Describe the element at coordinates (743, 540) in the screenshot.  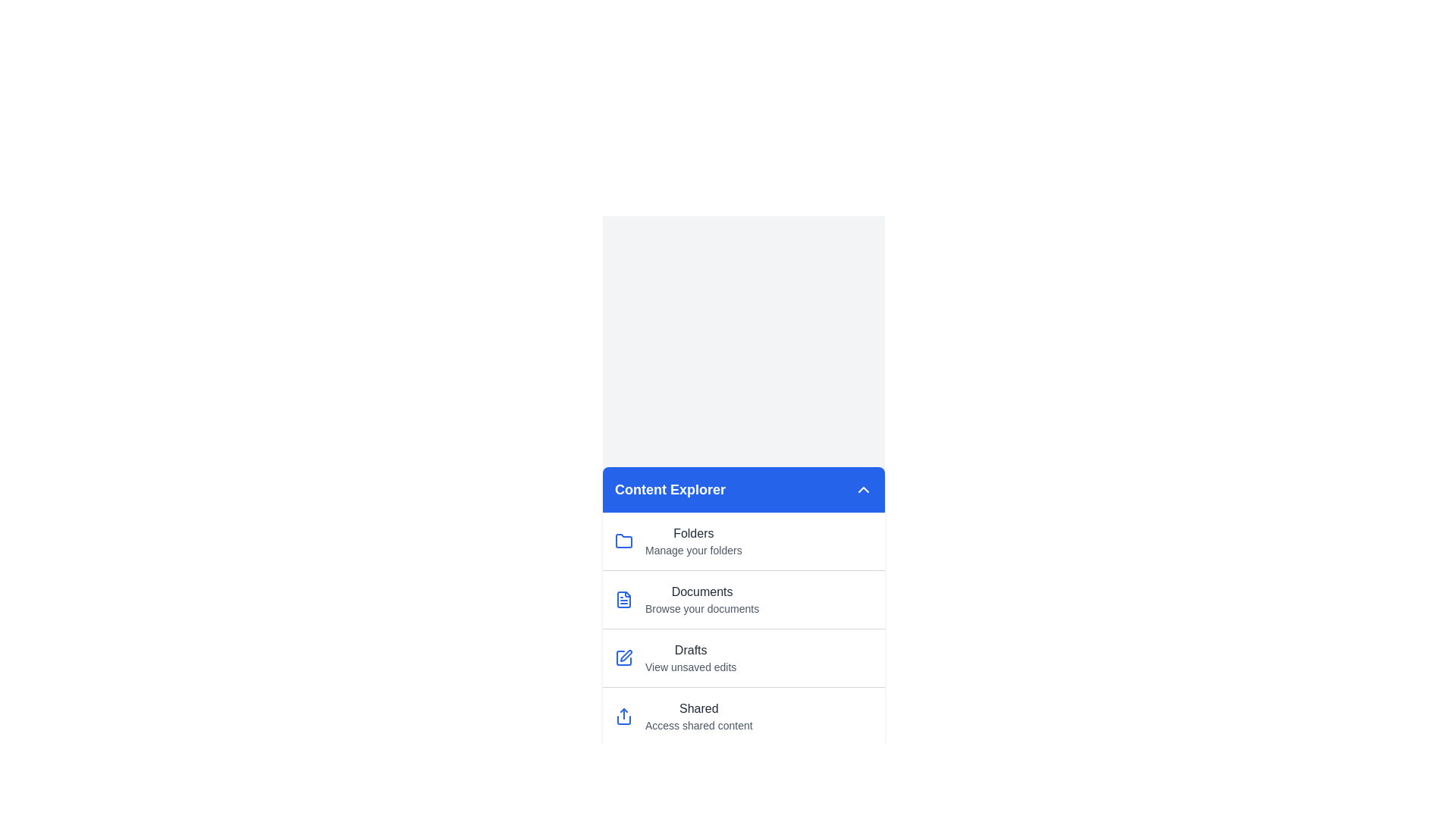
I see `the menu item Folders from the list` at that location.